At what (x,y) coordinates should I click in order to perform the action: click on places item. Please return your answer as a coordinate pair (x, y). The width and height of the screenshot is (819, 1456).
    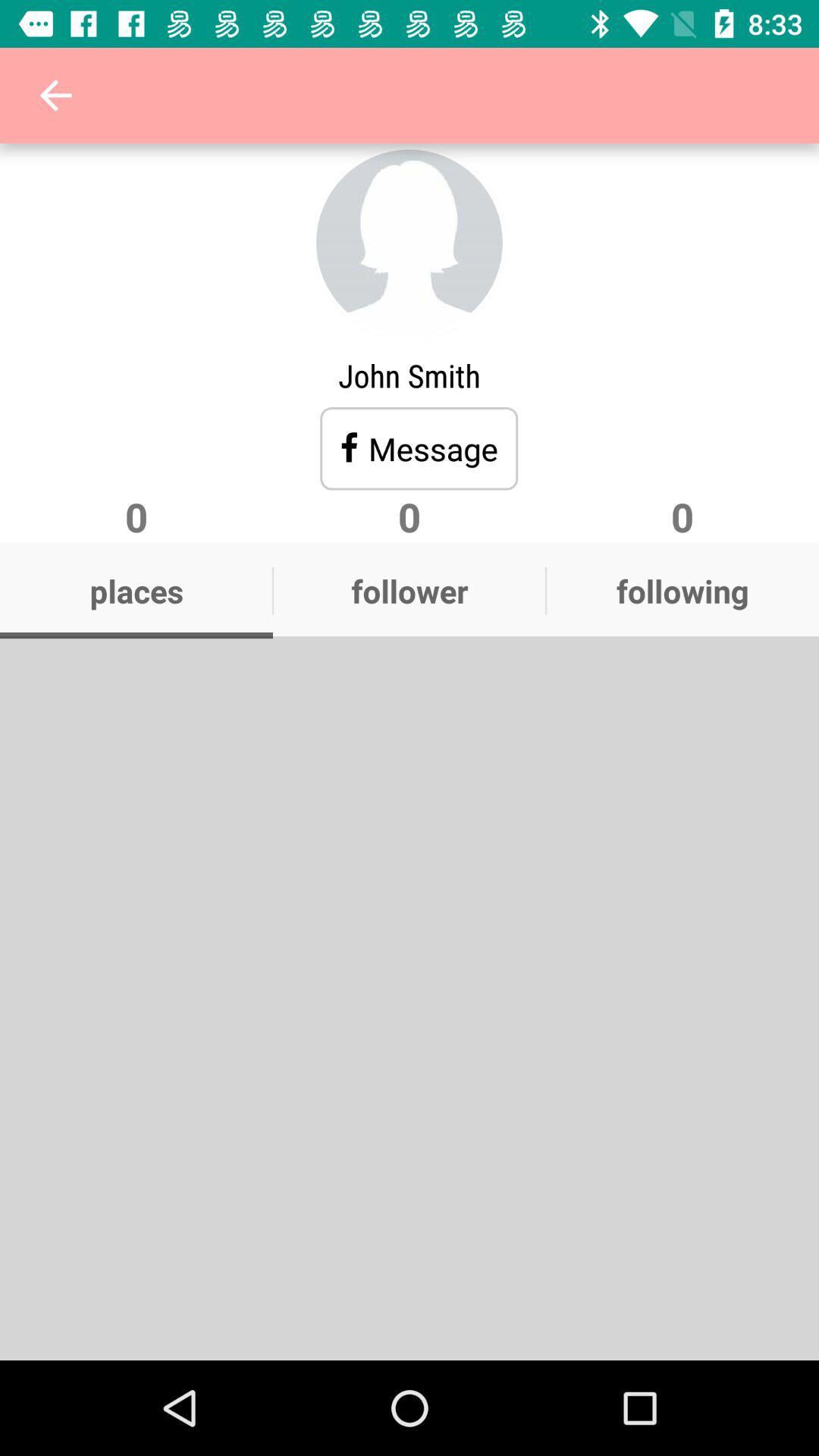
    Looking at the image, I should click on (136, 590).